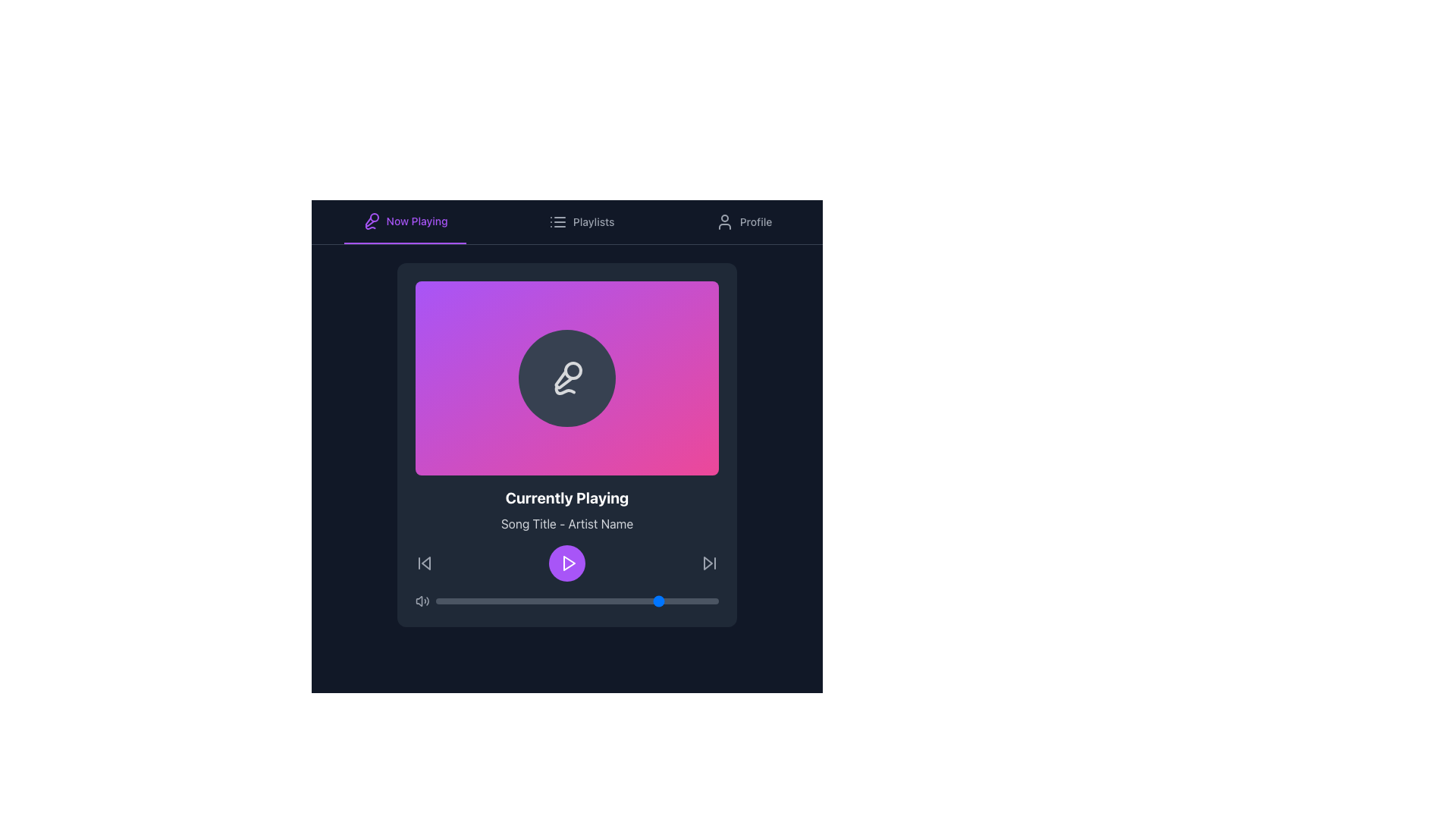 This screenshot has height=819, width=1456. I want to click on the 'Playlists' button in the navigation bar, so click(566, 222).